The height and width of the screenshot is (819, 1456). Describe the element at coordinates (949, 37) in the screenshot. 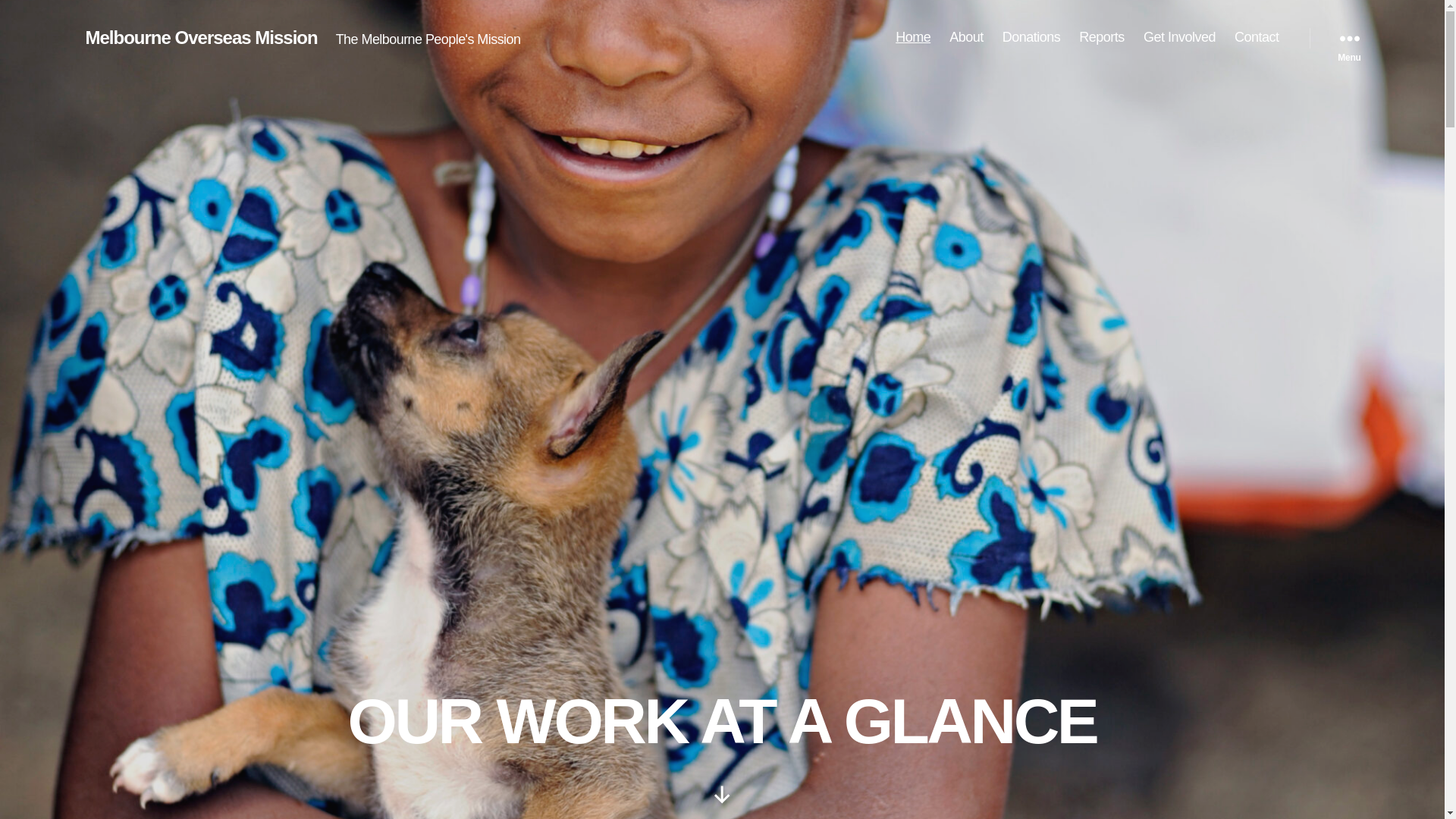

I see `'About'` at that location.